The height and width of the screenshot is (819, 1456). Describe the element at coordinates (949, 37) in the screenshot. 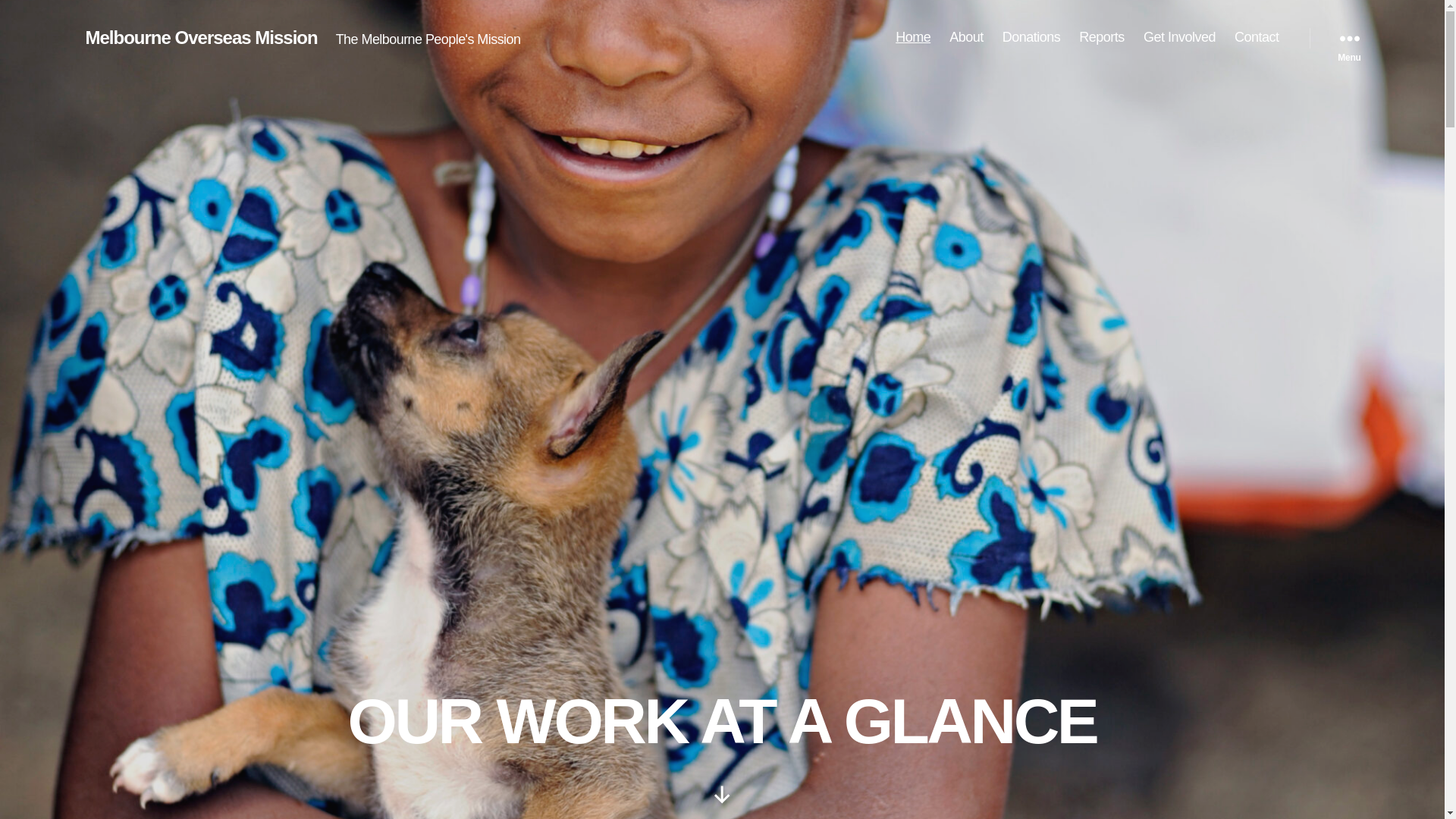

I see `'About'` at that location.